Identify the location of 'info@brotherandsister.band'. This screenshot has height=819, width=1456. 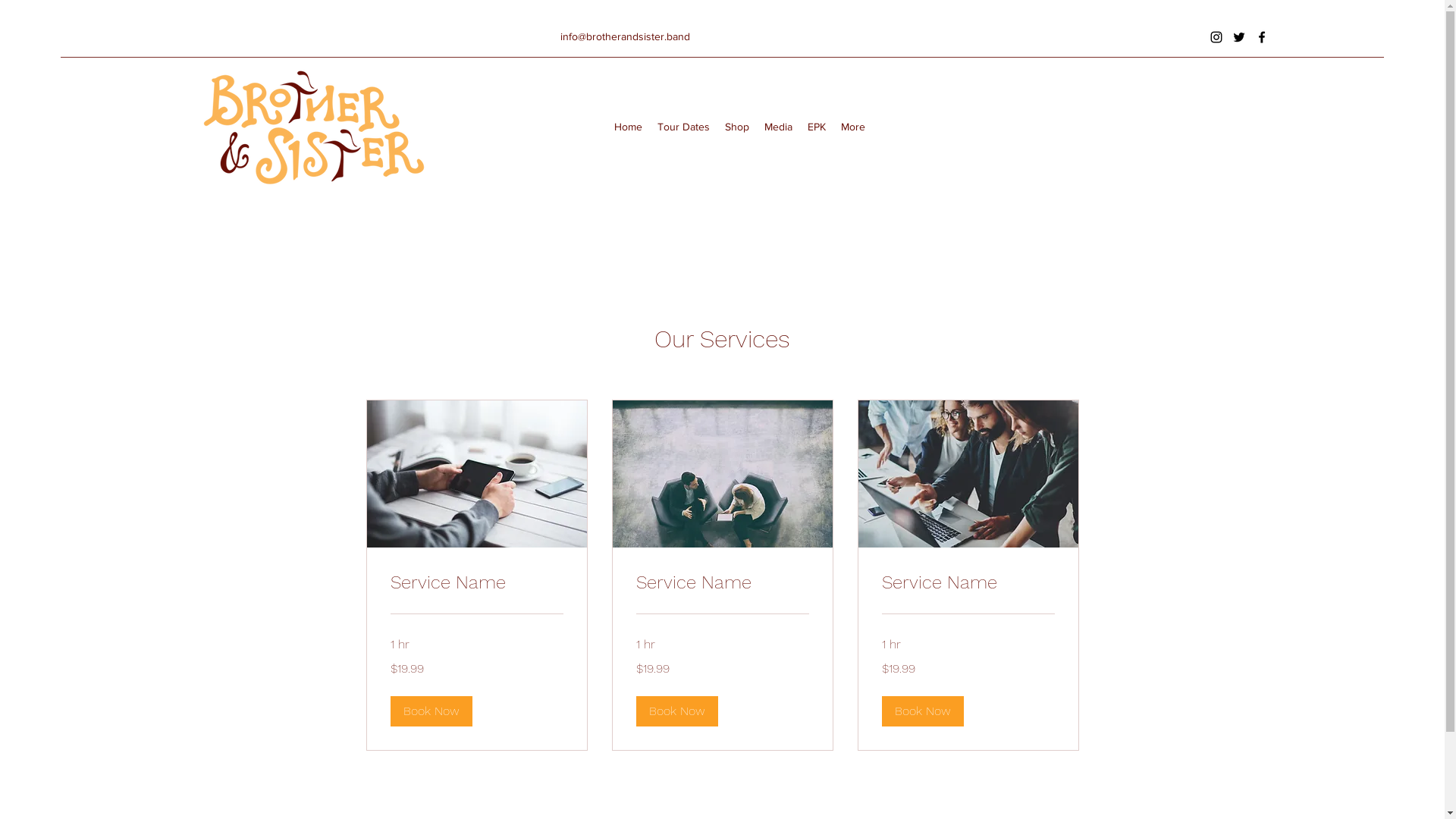
(625, 35).